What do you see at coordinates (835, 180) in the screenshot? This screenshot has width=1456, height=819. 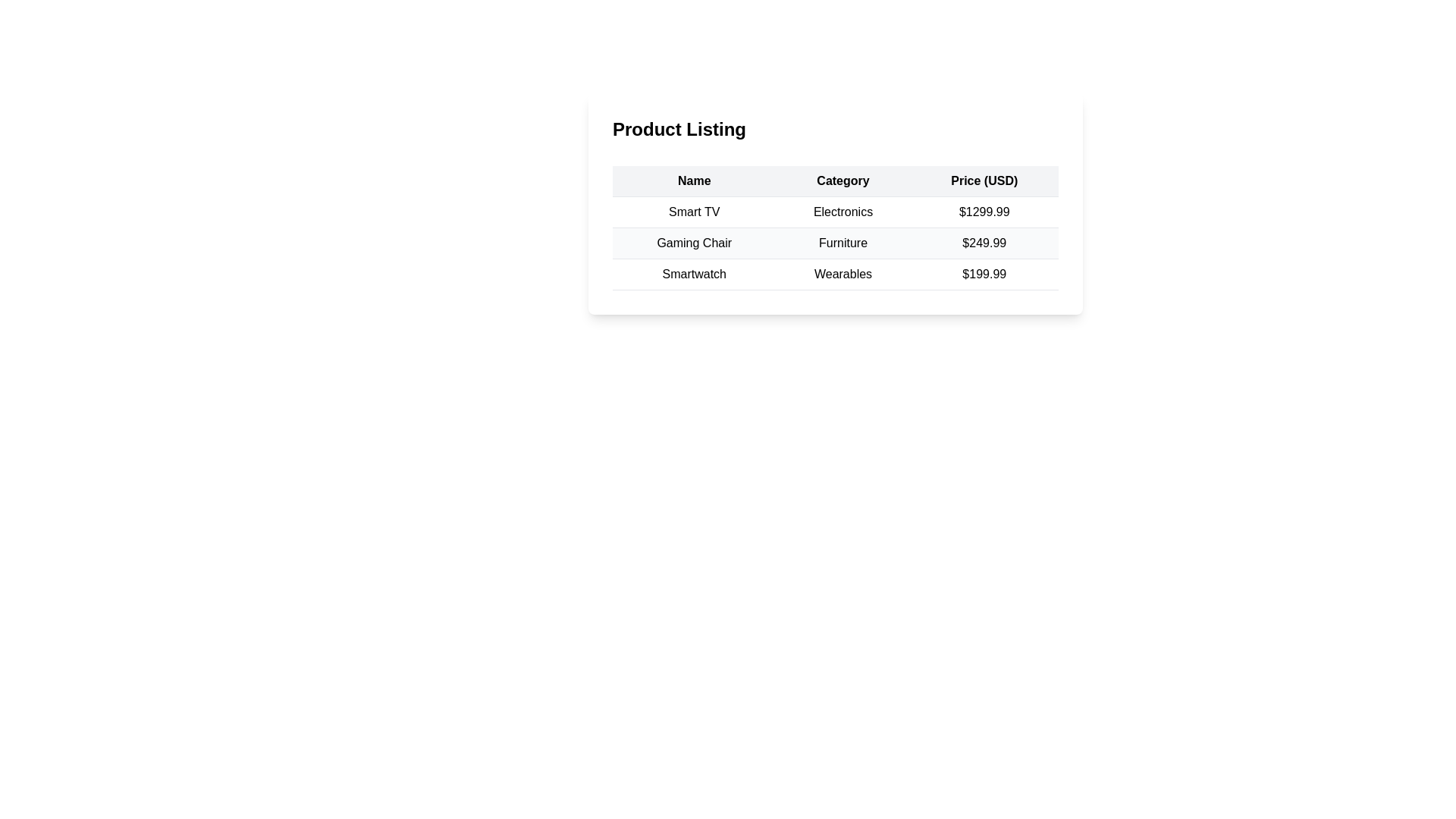 I see `column titles from the Table Header Row, which contains 'Name,' 'Category,' and 'Price (USD),' located under the 'Product Listing' title` at bounding box center [835, 180].